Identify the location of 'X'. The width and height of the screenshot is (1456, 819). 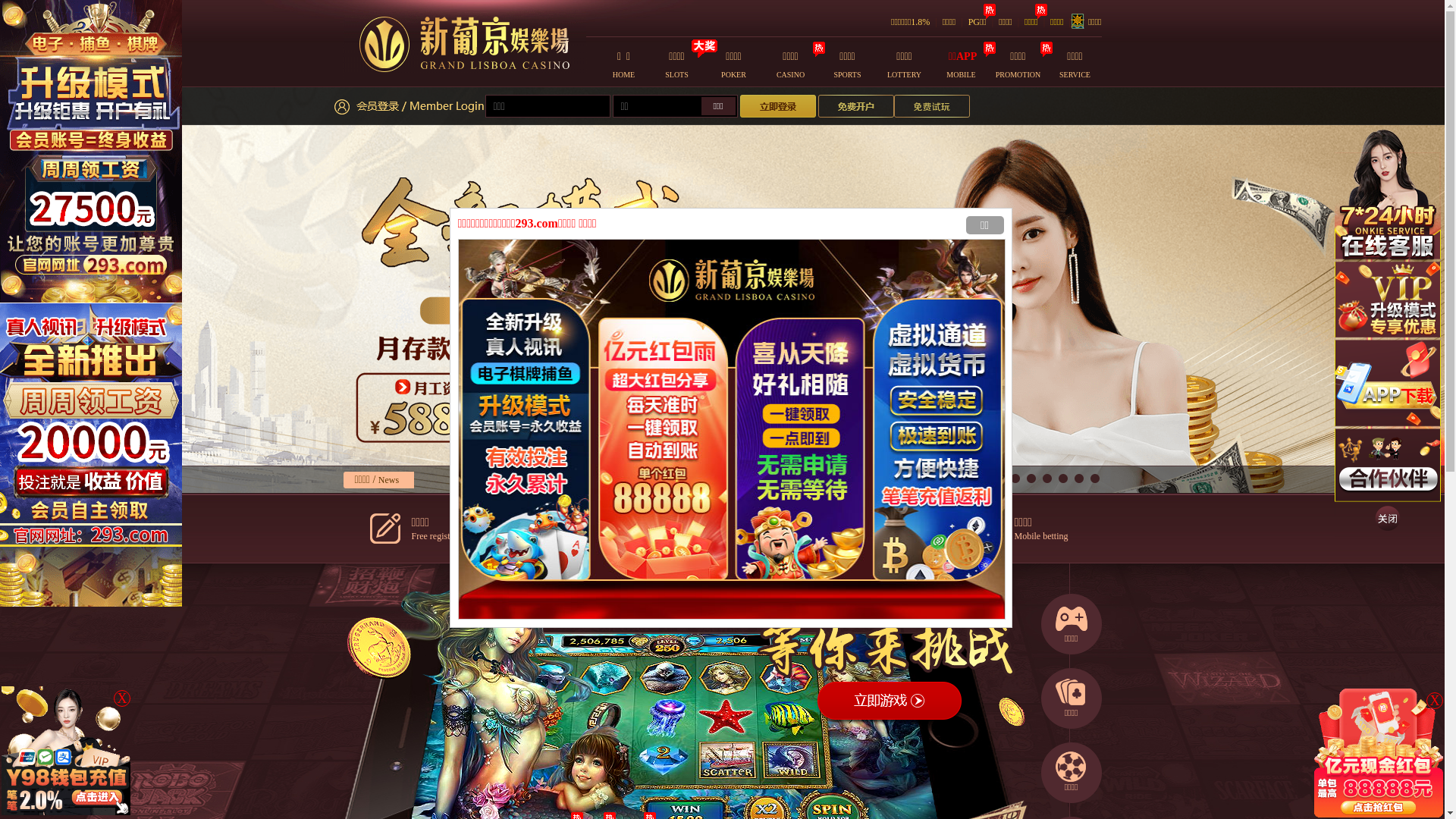
(1433, 701).